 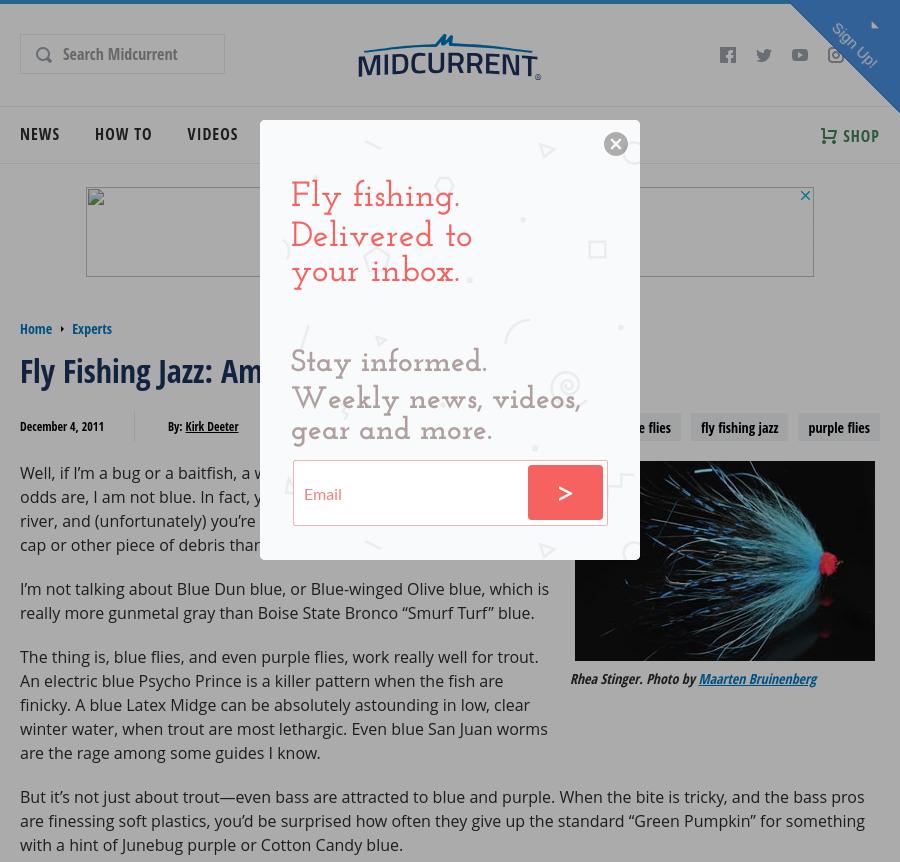 I want to click on 'Flies', so click(x=343, y=133).